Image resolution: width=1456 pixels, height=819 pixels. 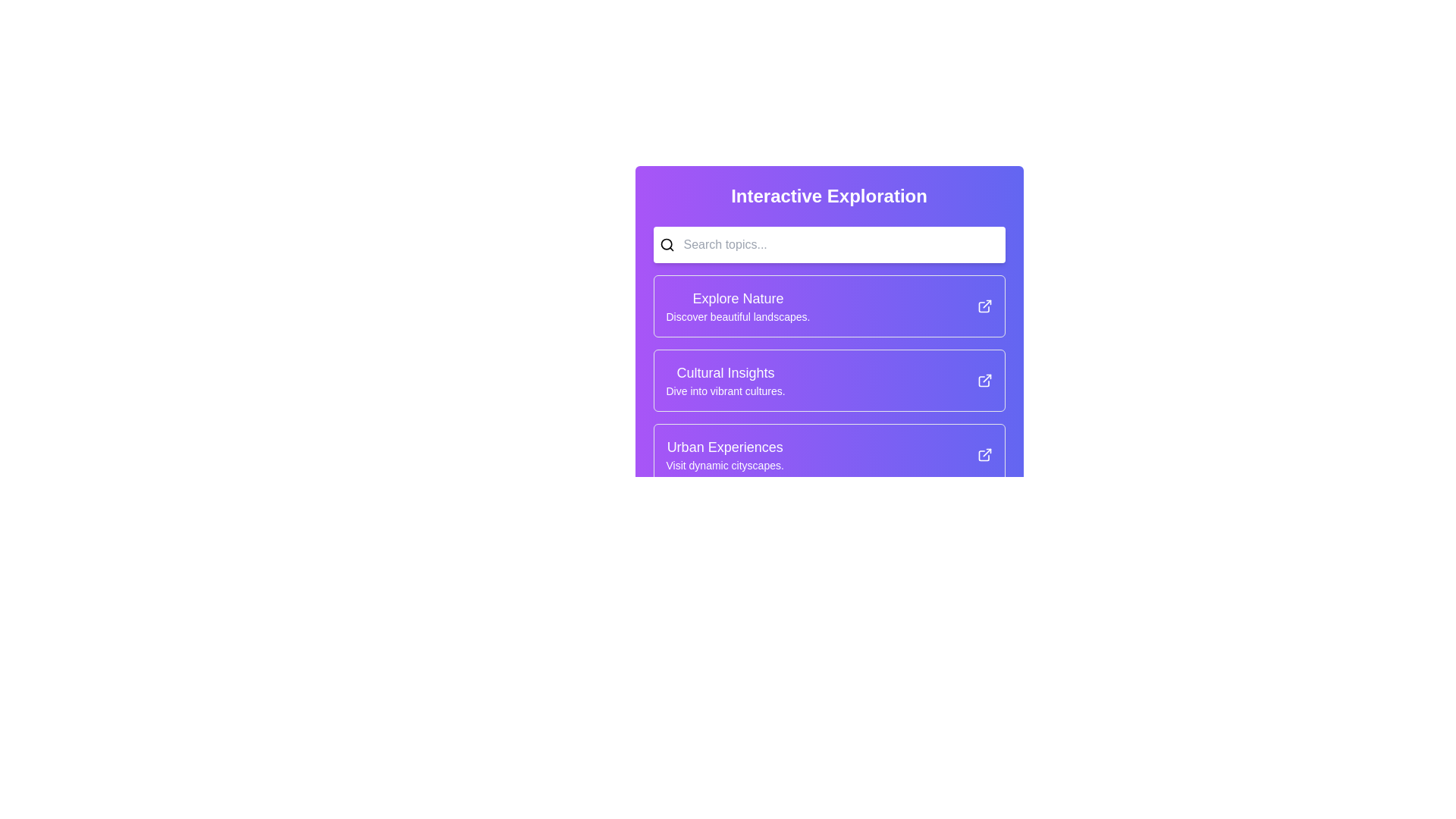 What do you see at coordinates (987, 304) in the screenshot?
I see `the diagonal line within the external link icon located in the 'Explore Nature' row` at bounding box center [987, 304].